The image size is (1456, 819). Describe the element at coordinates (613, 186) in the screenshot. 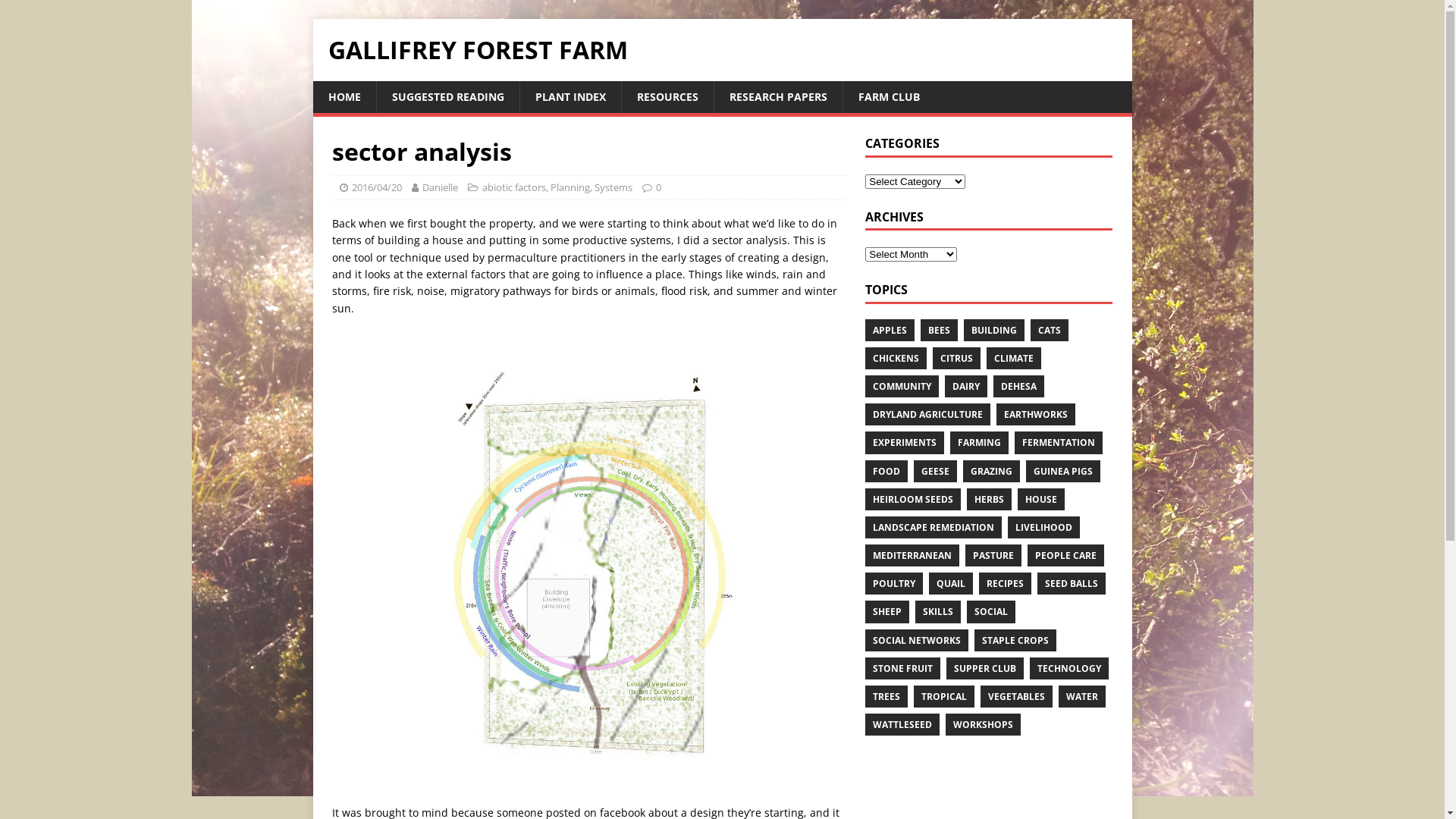

I see `'Systems'` at that location.